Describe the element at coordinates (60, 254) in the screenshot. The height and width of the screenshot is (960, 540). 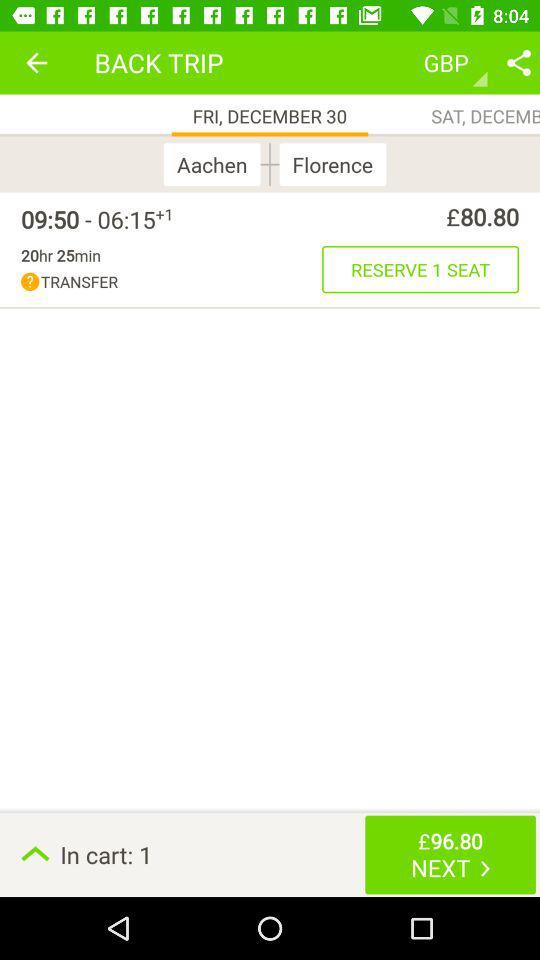
I see `20hr 25min item` at that location.